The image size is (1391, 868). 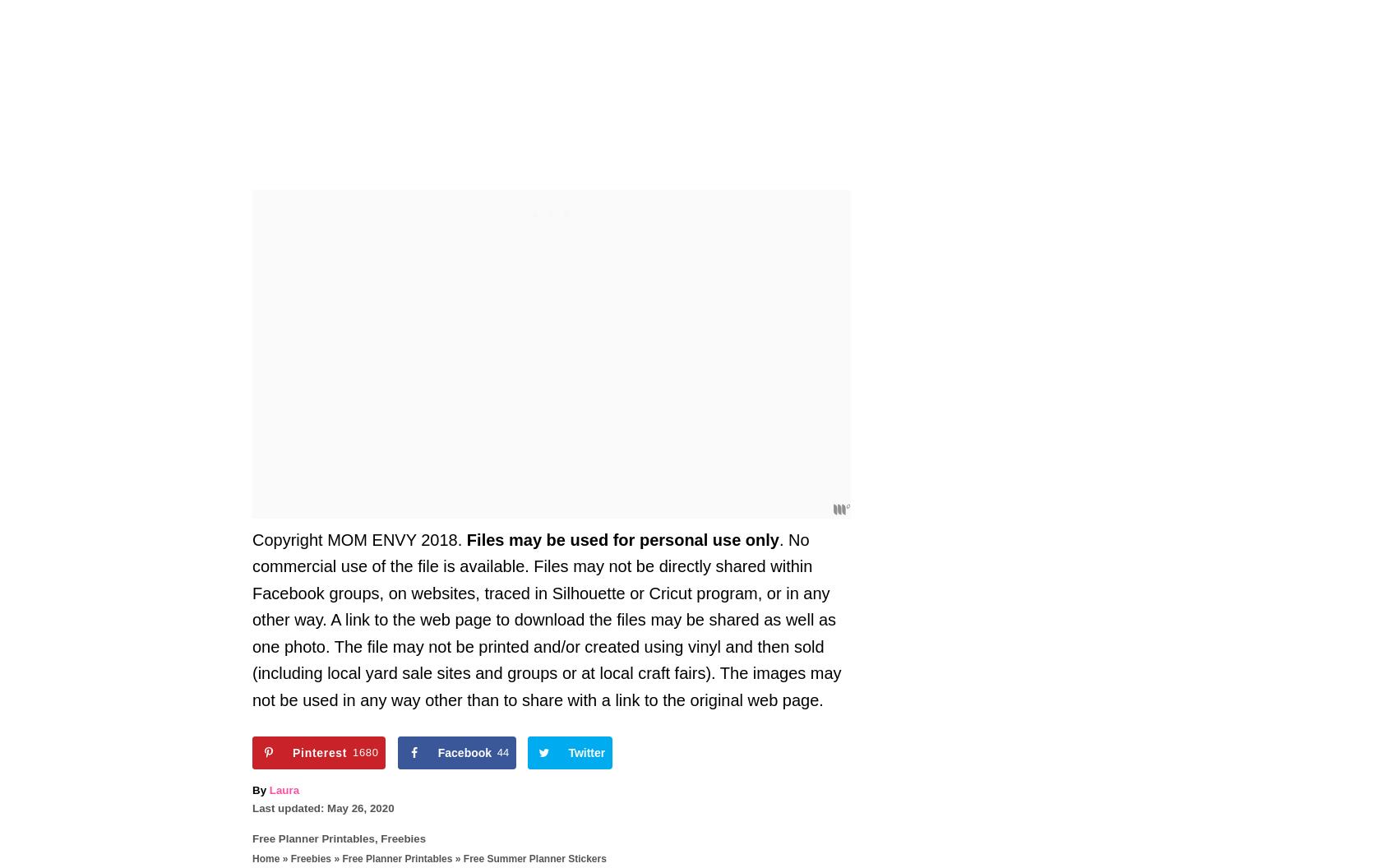 I want to click on '. No commercial use of the file is available. Files may not be directly shared within Facebook groups, on websites, traced in Silhouette or Cricut program, or in any other way. A link to the web page to download the files may be shared as well as one photo. The file may not be printed and/or created using vinyl and then sold (including local yard sale sites and groups or at local craft fairs). The images may not be used in any way other than to share with a link to the original web page.', so click(x=546, y=618).